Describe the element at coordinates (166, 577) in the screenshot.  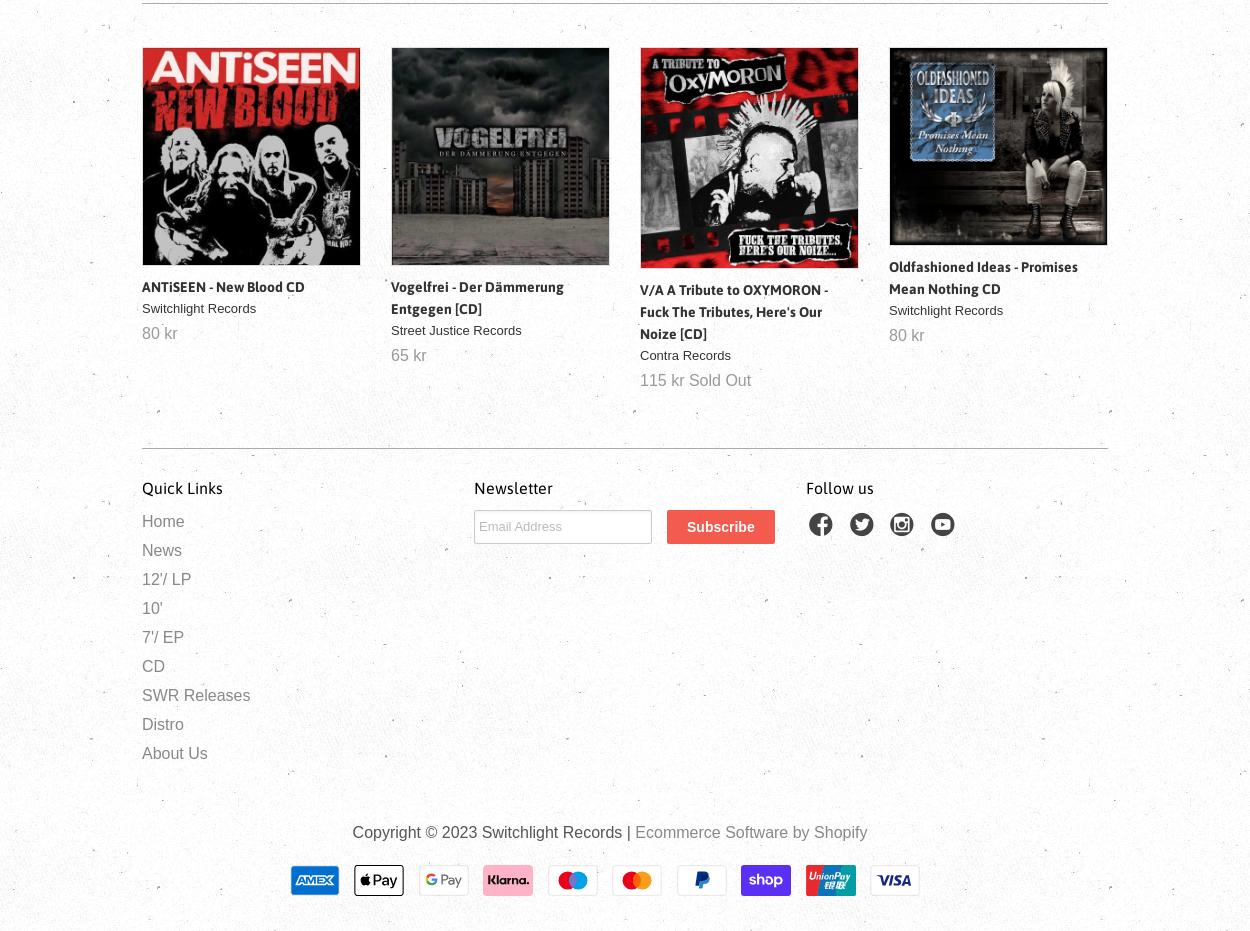
I see `'12'/ LP'` at that location.